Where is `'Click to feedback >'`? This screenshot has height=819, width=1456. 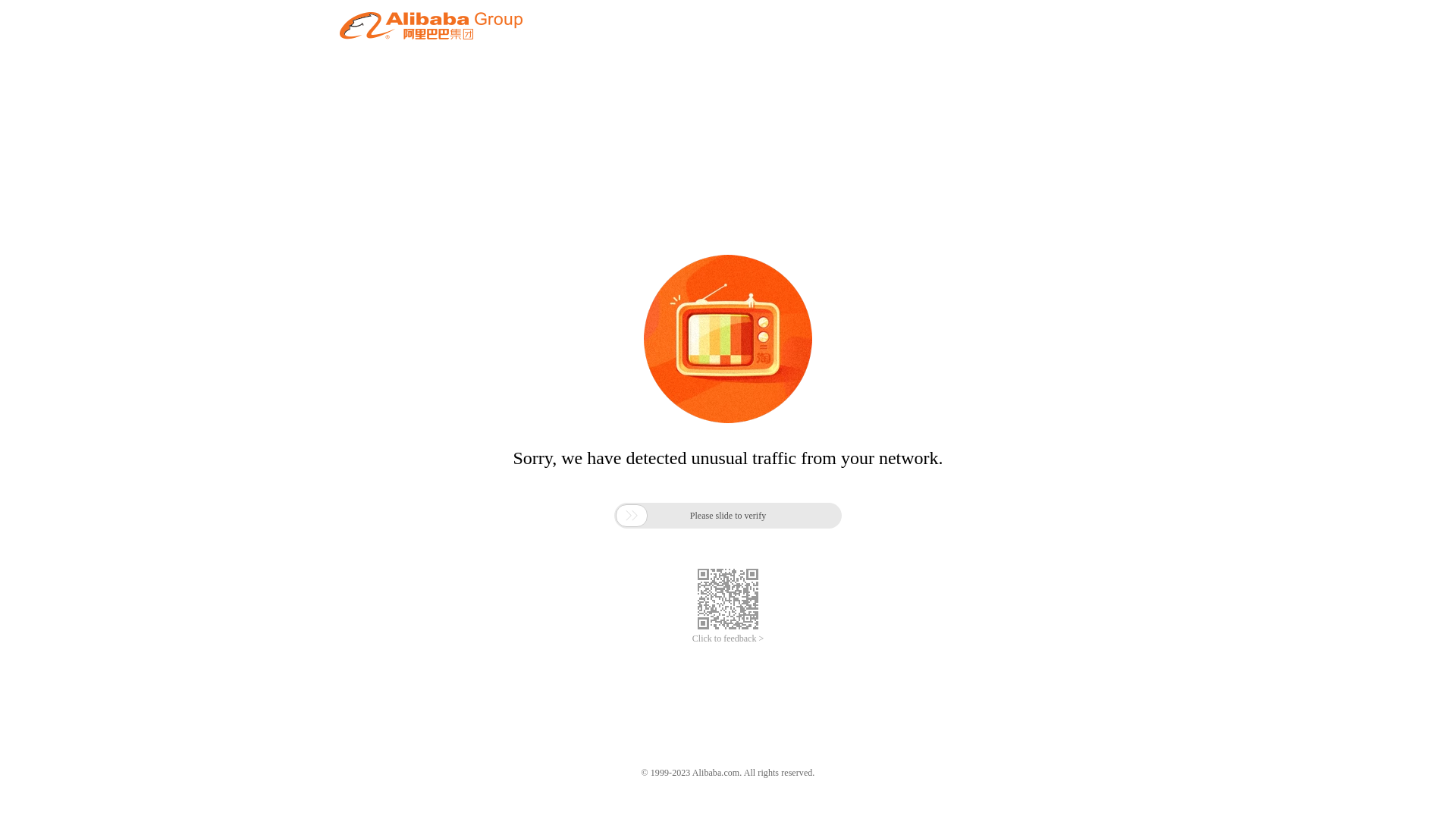
'Click to feedback >' is located at coordinates (728, 639).